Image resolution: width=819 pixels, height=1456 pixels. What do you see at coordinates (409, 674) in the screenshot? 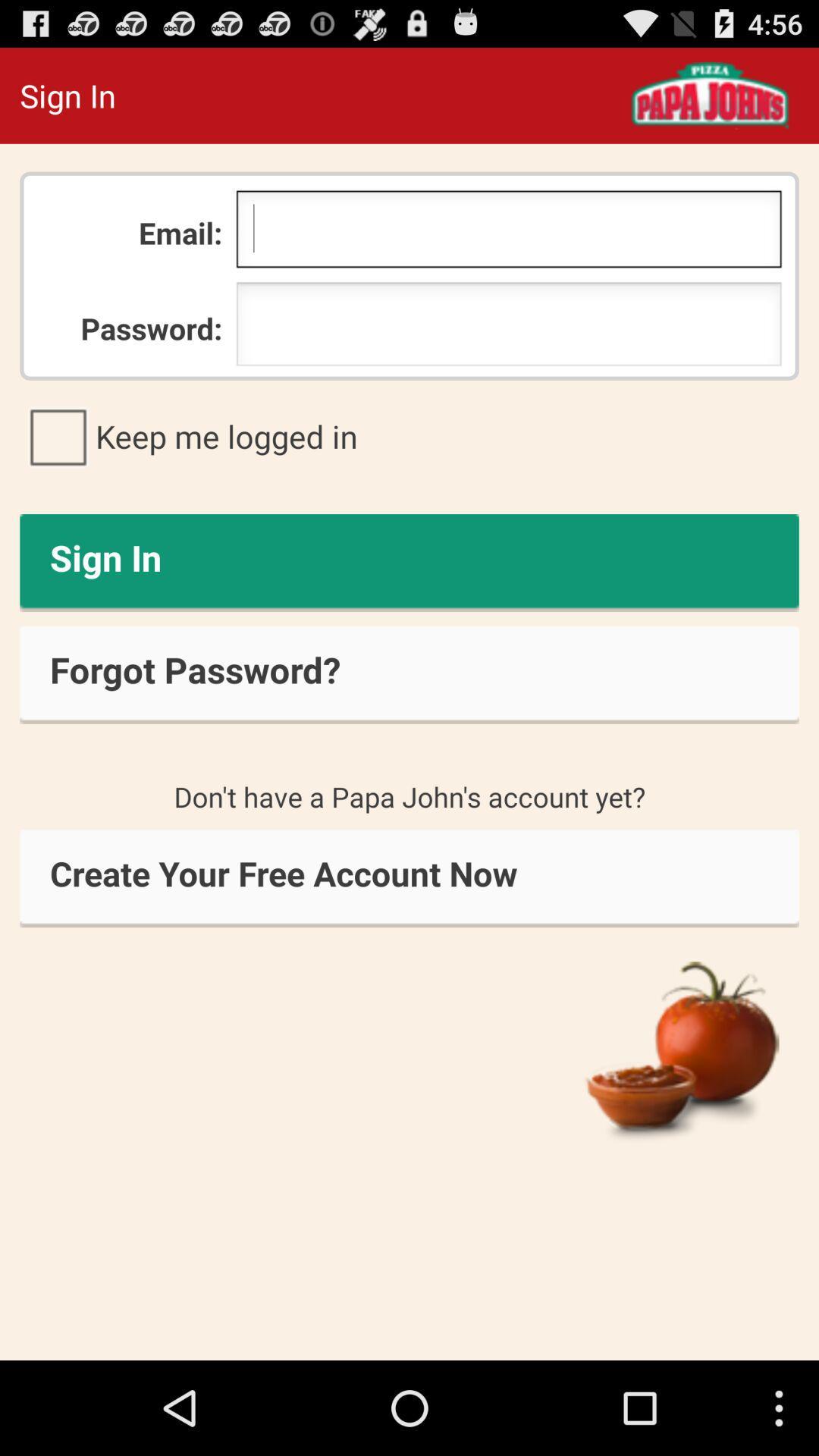
I see `the forgot password? icon` at bounding box center [409, 674].